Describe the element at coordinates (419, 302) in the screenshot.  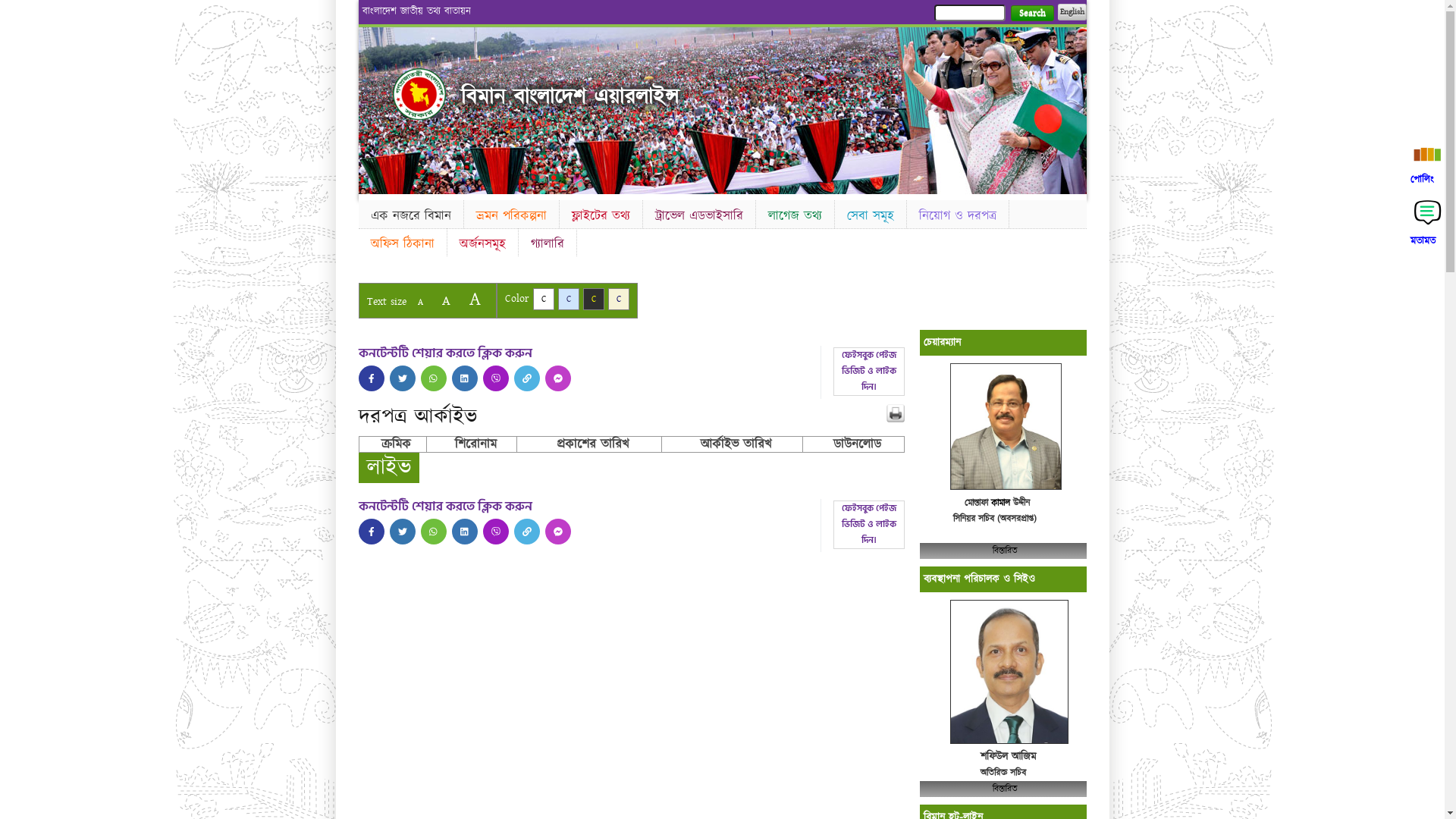
I see `'A'` at that location.